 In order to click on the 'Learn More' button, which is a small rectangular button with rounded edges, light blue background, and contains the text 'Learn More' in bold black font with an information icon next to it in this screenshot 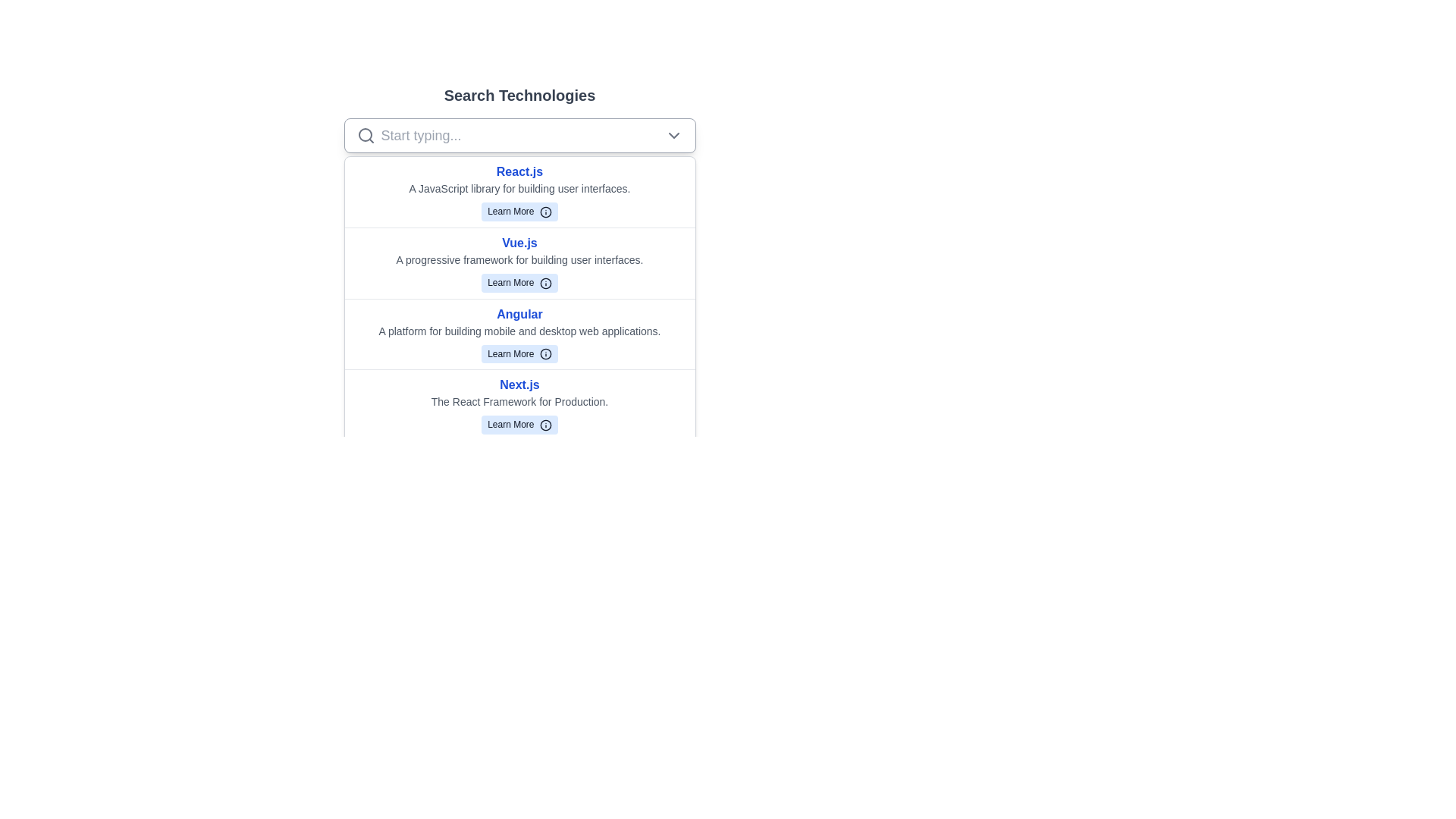, I will do `click(519, 283)`.